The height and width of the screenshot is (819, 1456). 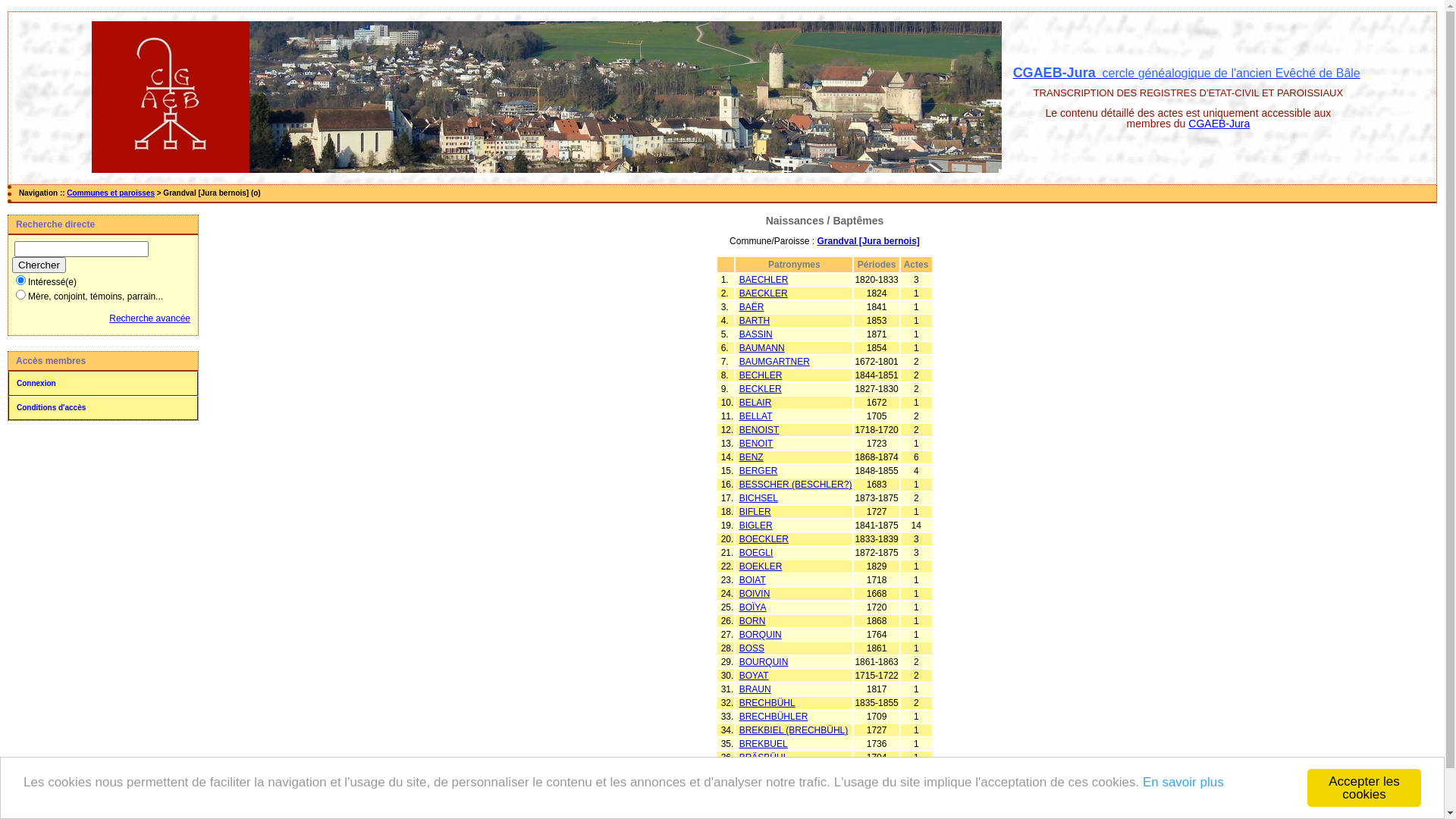 What do you see at coordinates (756, 553) in the screenshot?
I see `'BOEGLI'` at bounding box center [756, 553].